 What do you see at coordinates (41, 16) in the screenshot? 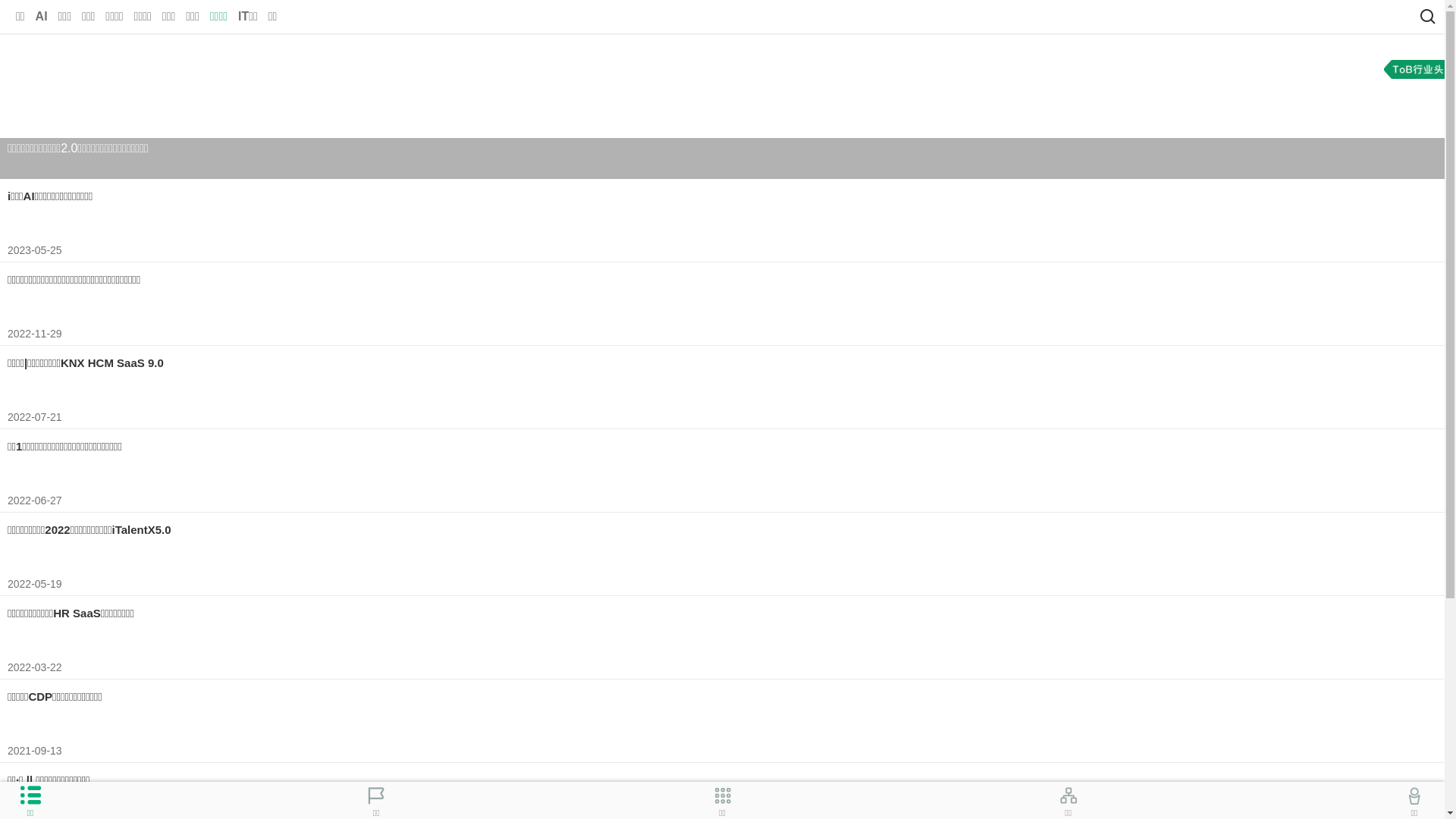
I see `'AI'` at bounding box center [41, 16].